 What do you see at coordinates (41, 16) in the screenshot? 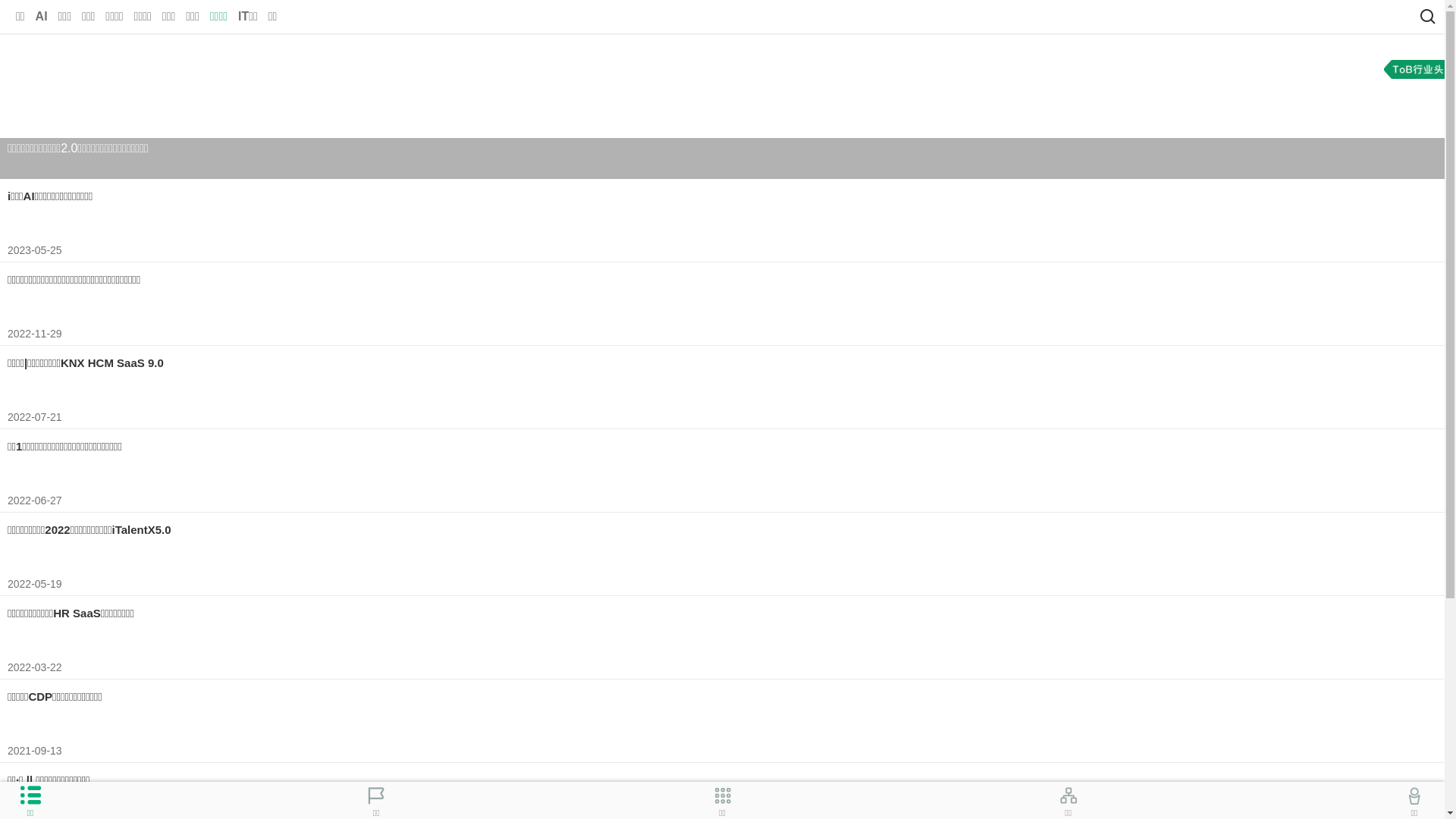
I see `'AI'` at bounding box center [41, 16].